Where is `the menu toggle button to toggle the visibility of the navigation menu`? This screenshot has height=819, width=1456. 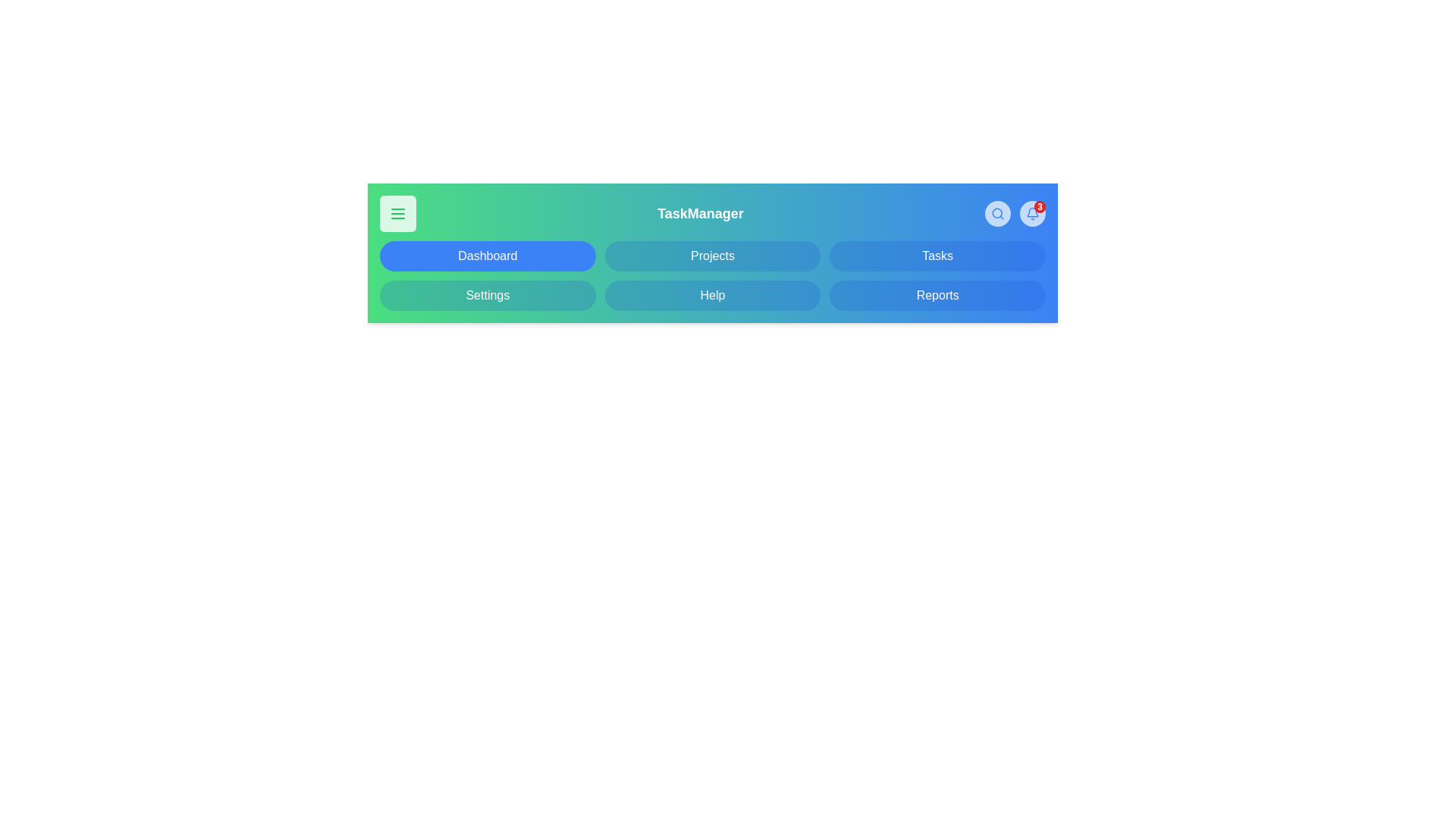
the menu toggle button to toggle the visibility of the navigation menu is located at coordinates (397, 213).